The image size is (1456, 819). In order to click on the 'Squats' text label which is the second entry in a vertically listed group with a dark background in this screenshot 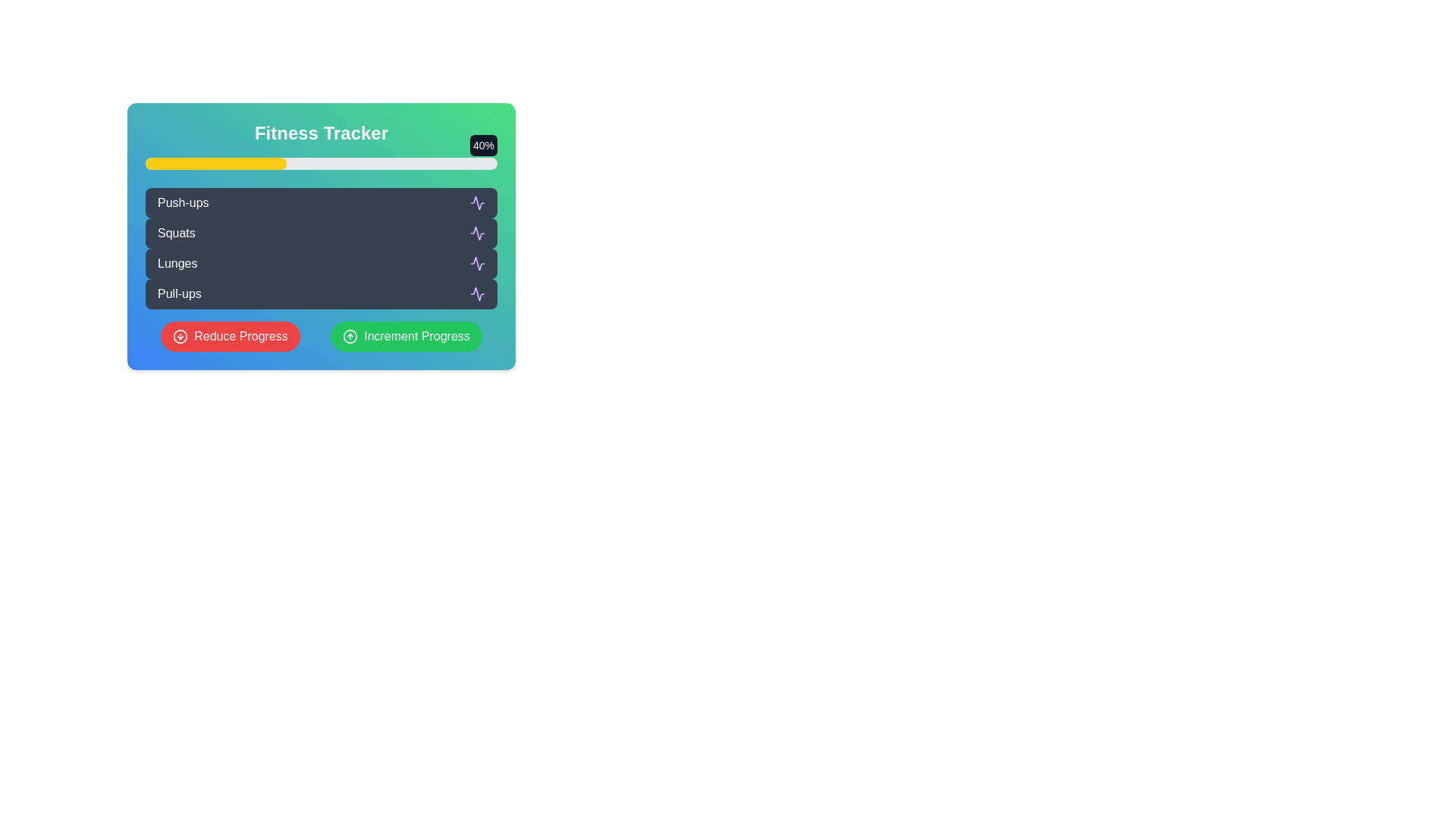, I will do `click(176, 234)`.